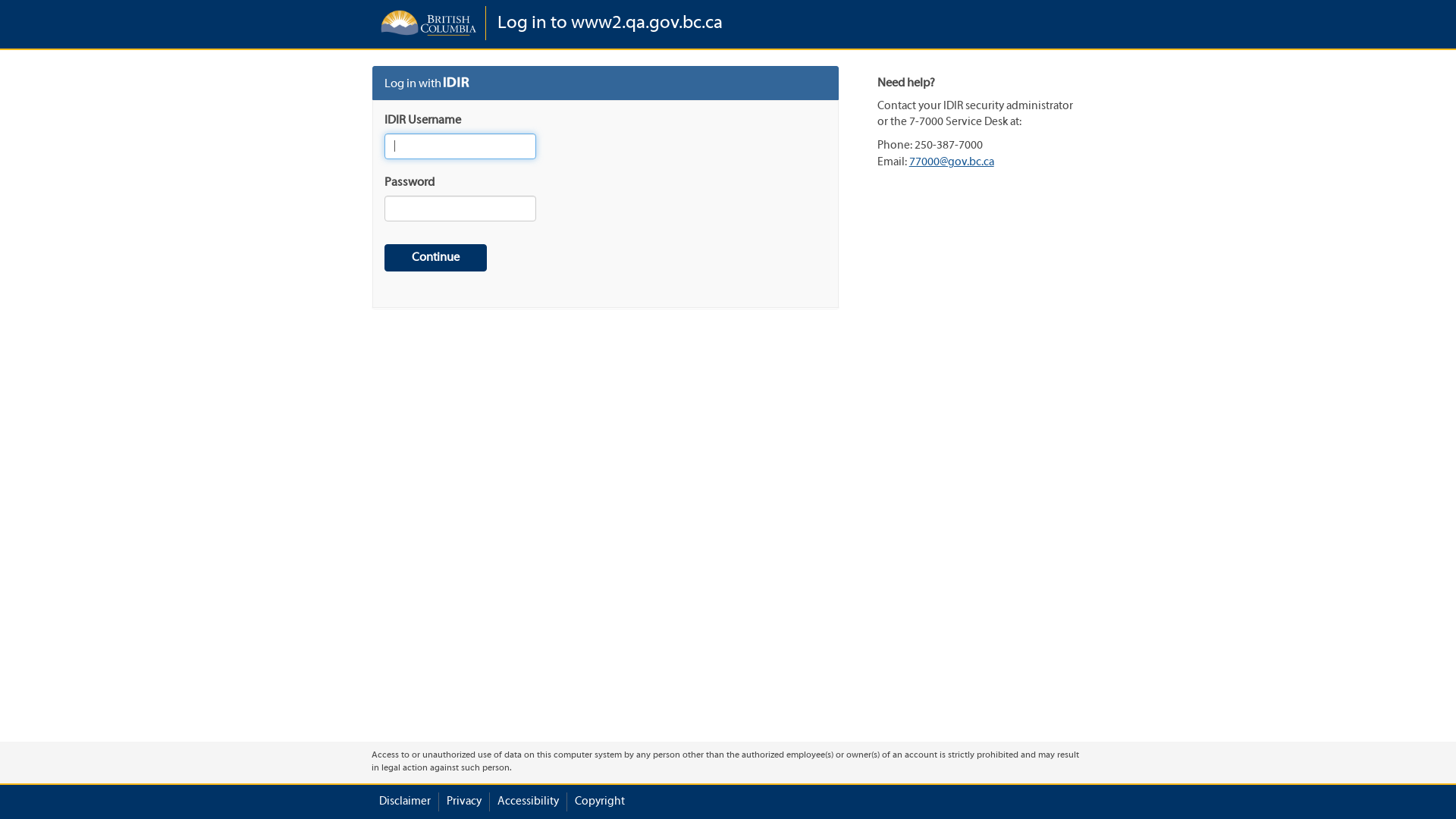 The width and height of the screenshot is (1456, 819). What do you see at coordinates (574, 801) in the screenshot?
I see `'Copyright'` at bounding box center [574, 801].